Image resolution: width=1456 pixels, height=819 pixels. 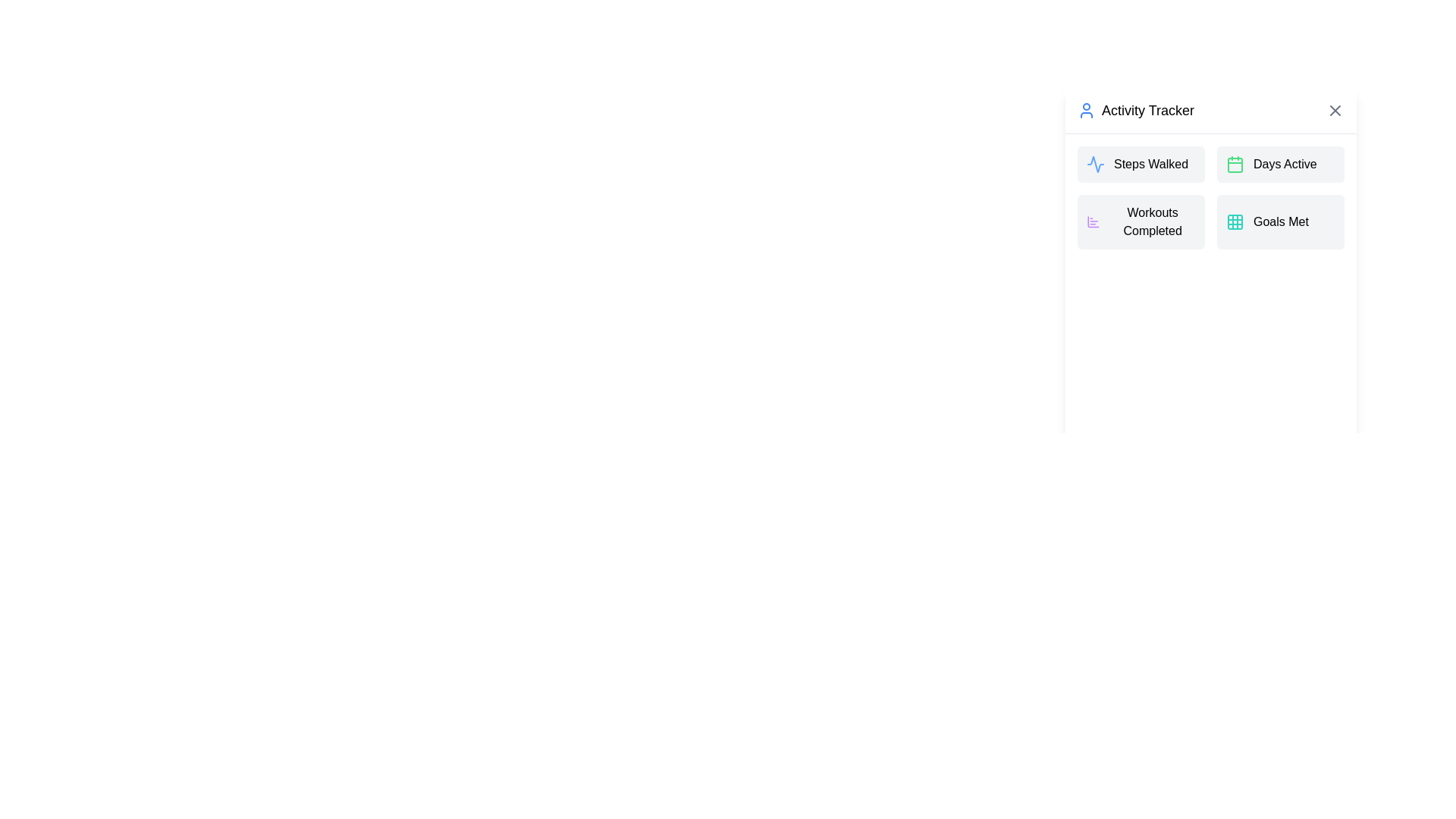 What do you see at coordinates (1335, 110) in the screenshot?
I see `the 'X' button in the top-right corner of the Activity Tracker panel header` at bounding box center [1335, 110].